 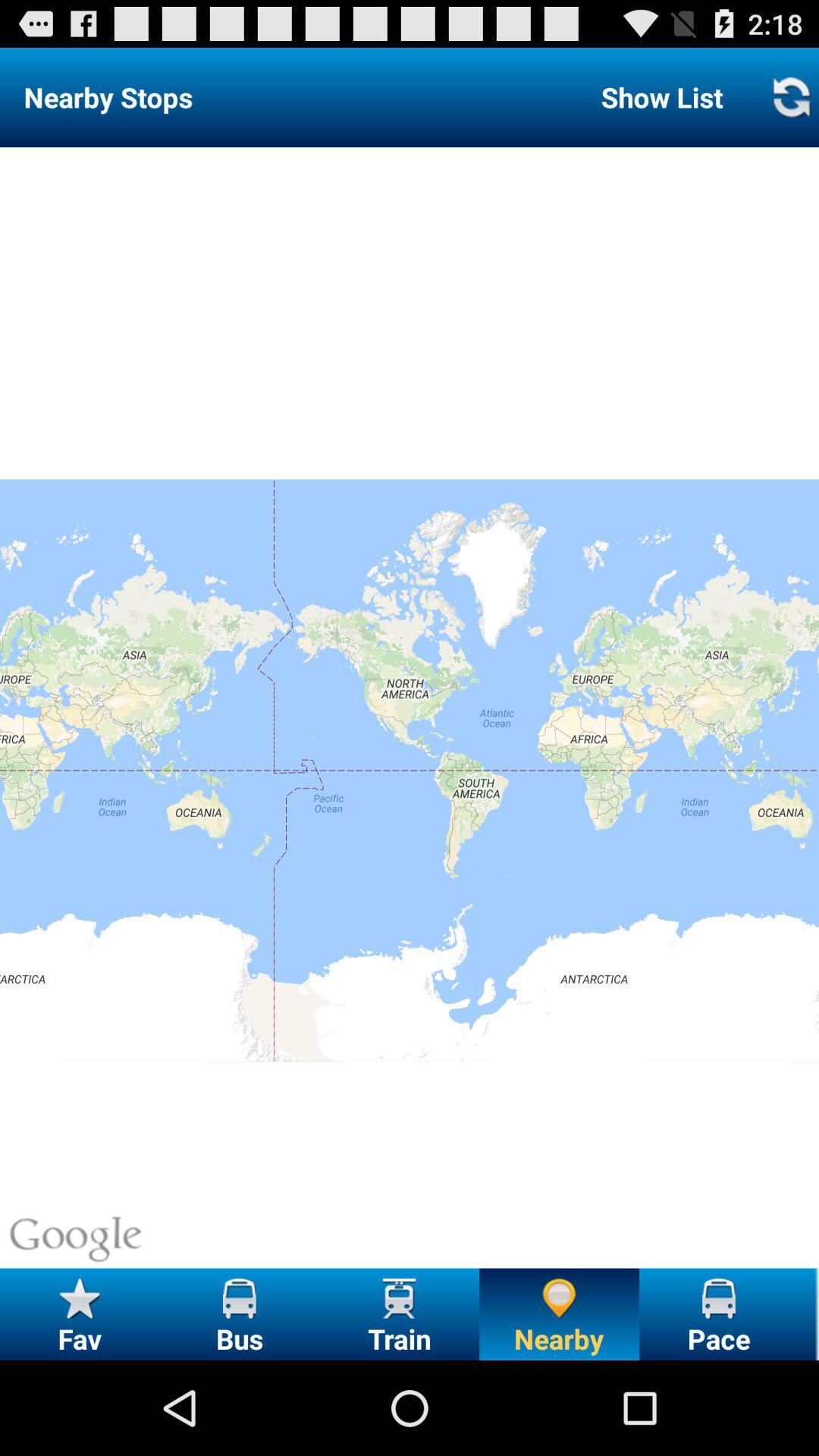 I want to click on refresh the page, so click(x=790, y=96).